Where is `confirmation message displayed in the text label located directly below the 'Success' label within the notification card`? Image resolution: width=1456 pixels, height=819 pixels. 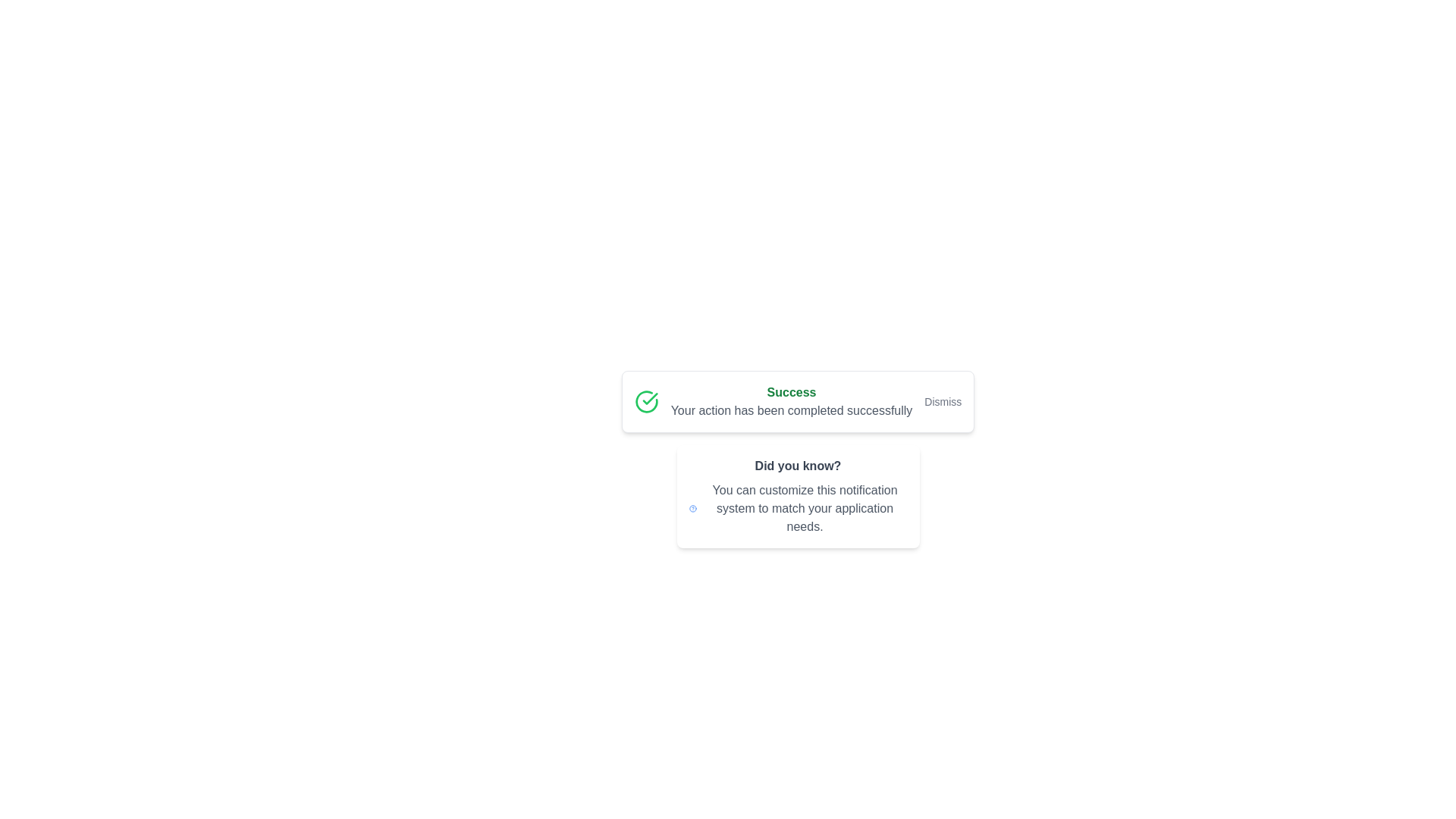
confirmation message displayed in the text label located directly below the 'Success' label within the notification card is located at coordinates (790, 411).